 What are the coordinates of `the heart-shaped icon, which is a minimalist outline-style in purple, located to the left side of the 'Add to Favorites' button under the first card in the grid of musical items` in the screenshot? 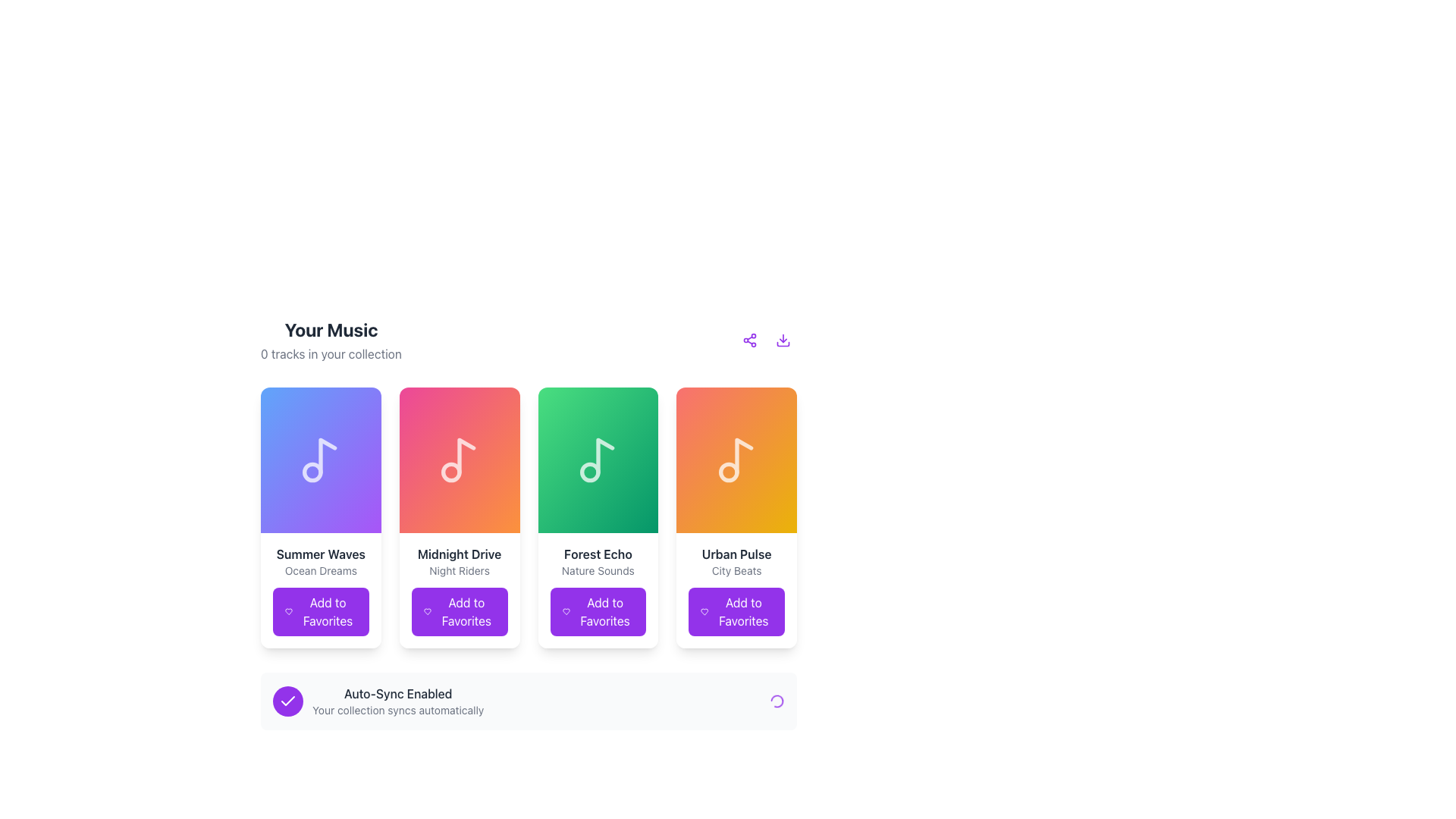 It's located at (289, 610).